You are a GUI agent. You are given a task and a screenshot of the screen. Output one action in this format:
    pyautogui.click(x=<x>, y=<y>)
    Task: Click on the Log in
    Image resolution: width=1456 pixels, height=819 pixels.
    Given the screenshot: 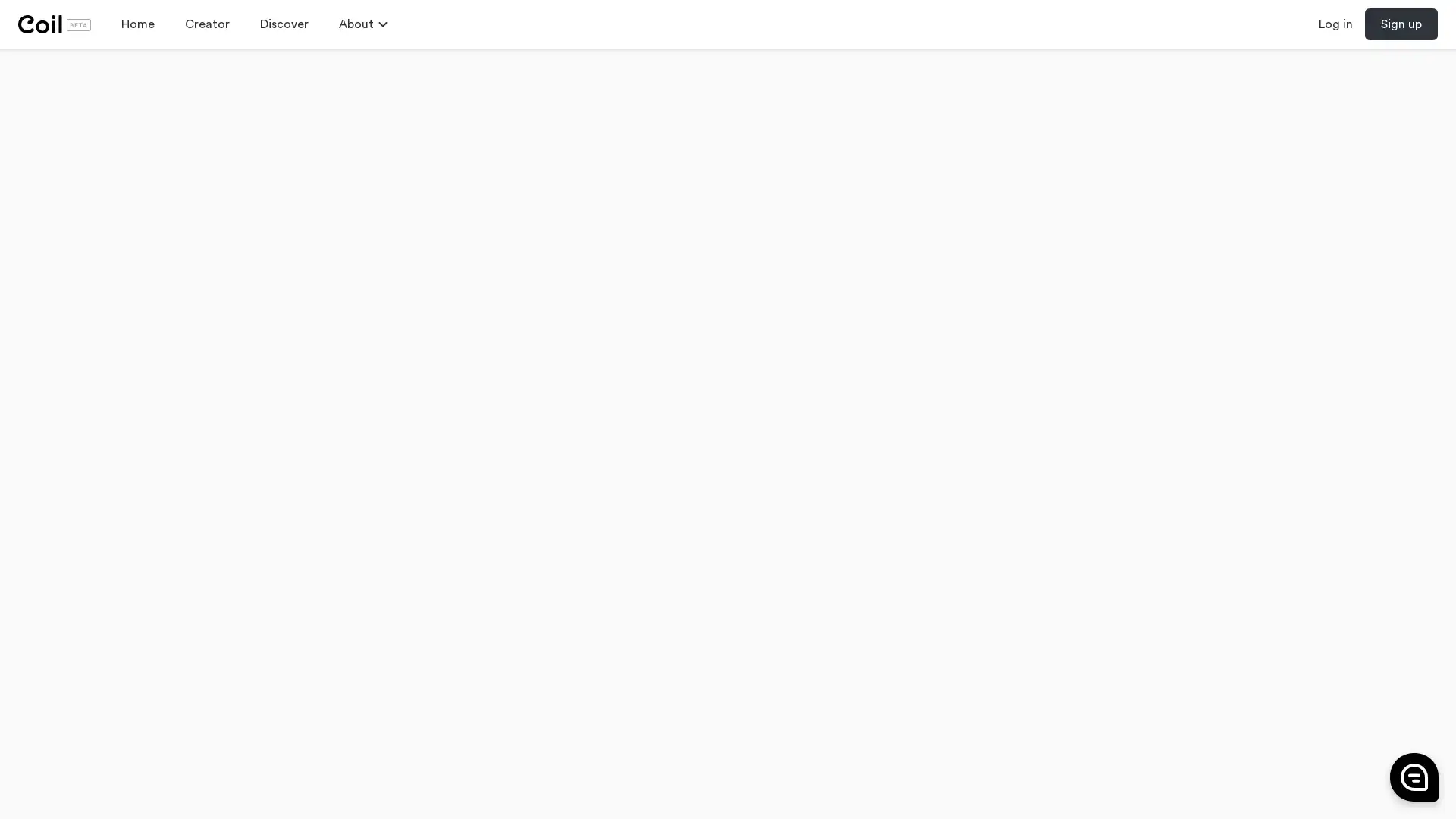 What is the action you would take?
    pyautogui.click(x=1335, y=24)
    